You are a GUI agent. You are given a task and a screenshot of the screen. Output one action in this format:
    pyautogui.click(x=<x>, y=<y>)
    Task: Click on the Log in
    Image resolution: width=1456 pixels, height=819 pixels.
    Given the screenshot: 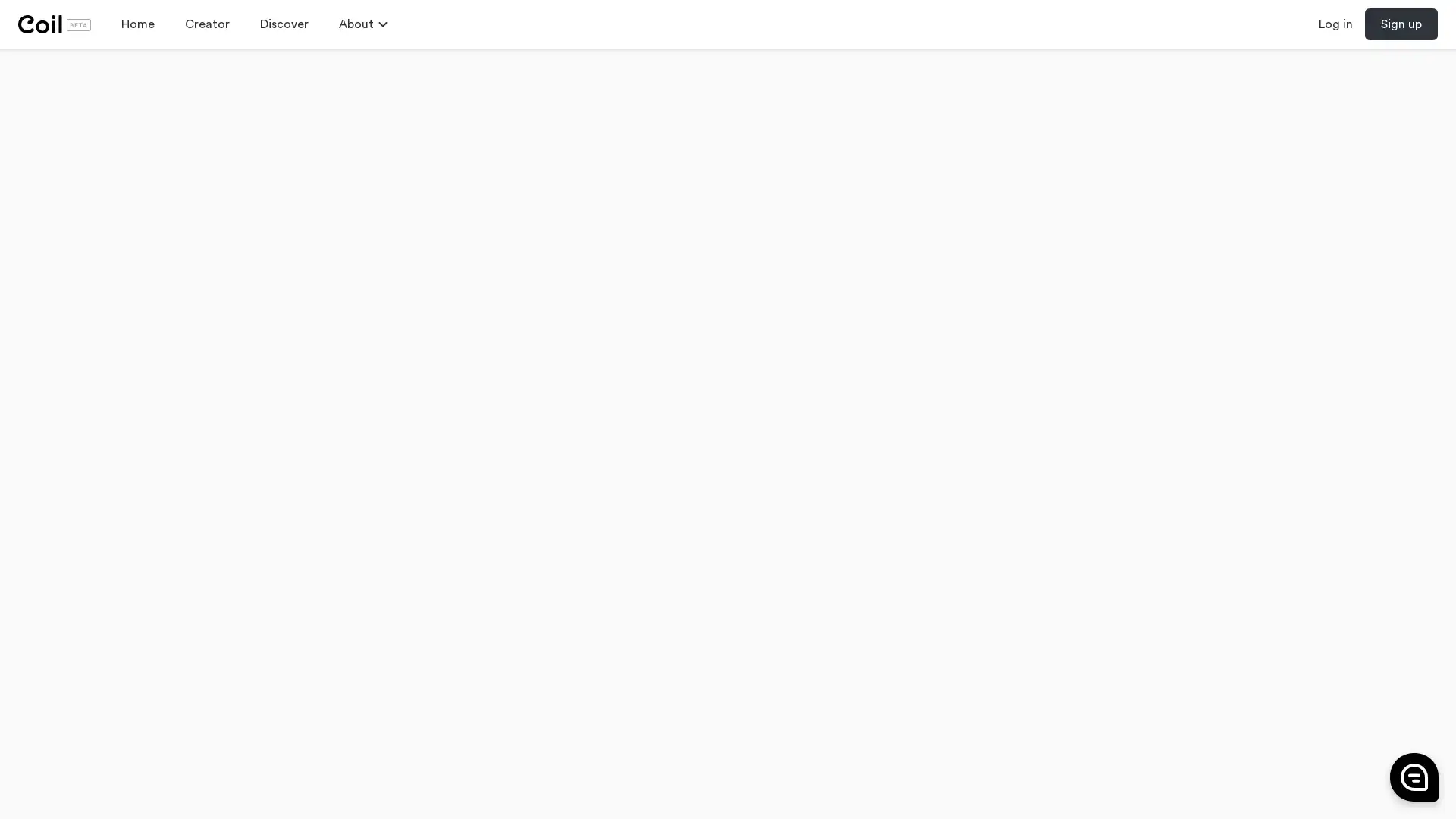 What is the action you would take?
    pyautogui.click(x=1335, y=24)
    